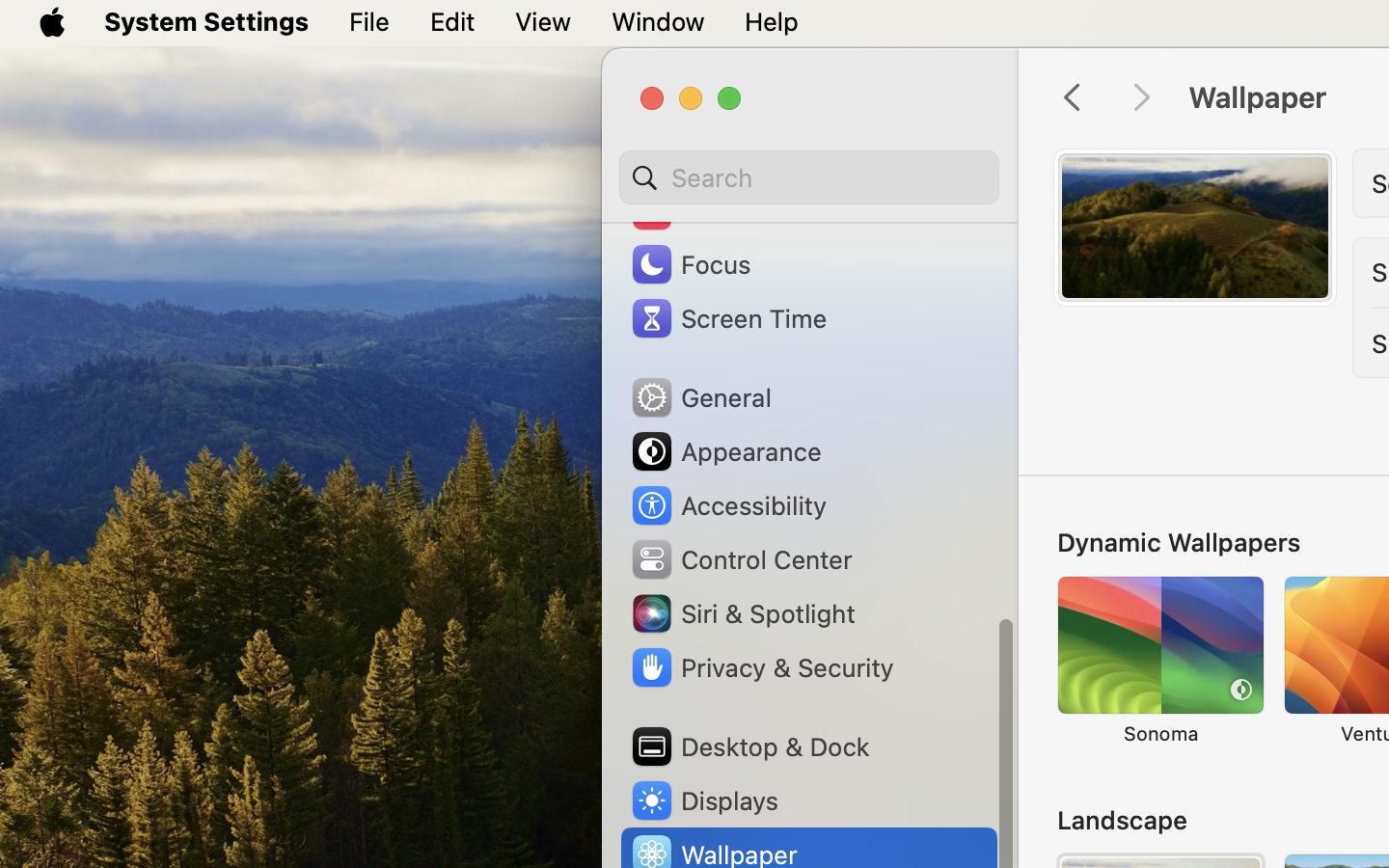 Image resolution: width=1389 pixels, height=868 pixels. Describe the element at coordinates (723, 450) in the screenshot. I see `'Appearance'` at that location.